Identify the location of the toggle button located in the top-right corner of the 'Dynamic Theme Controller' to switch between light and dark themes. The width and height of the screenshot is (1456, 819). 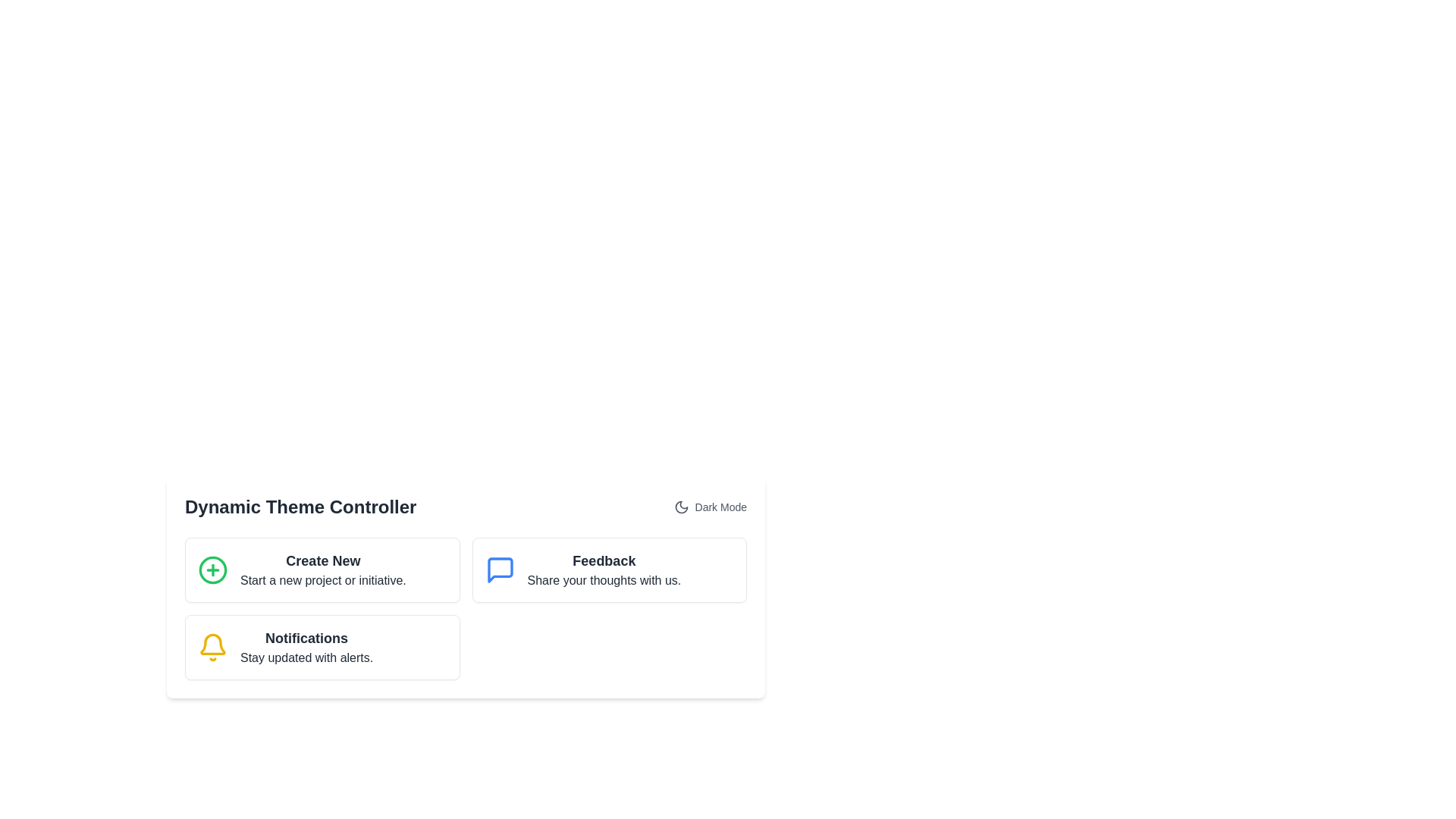
(709, 507).